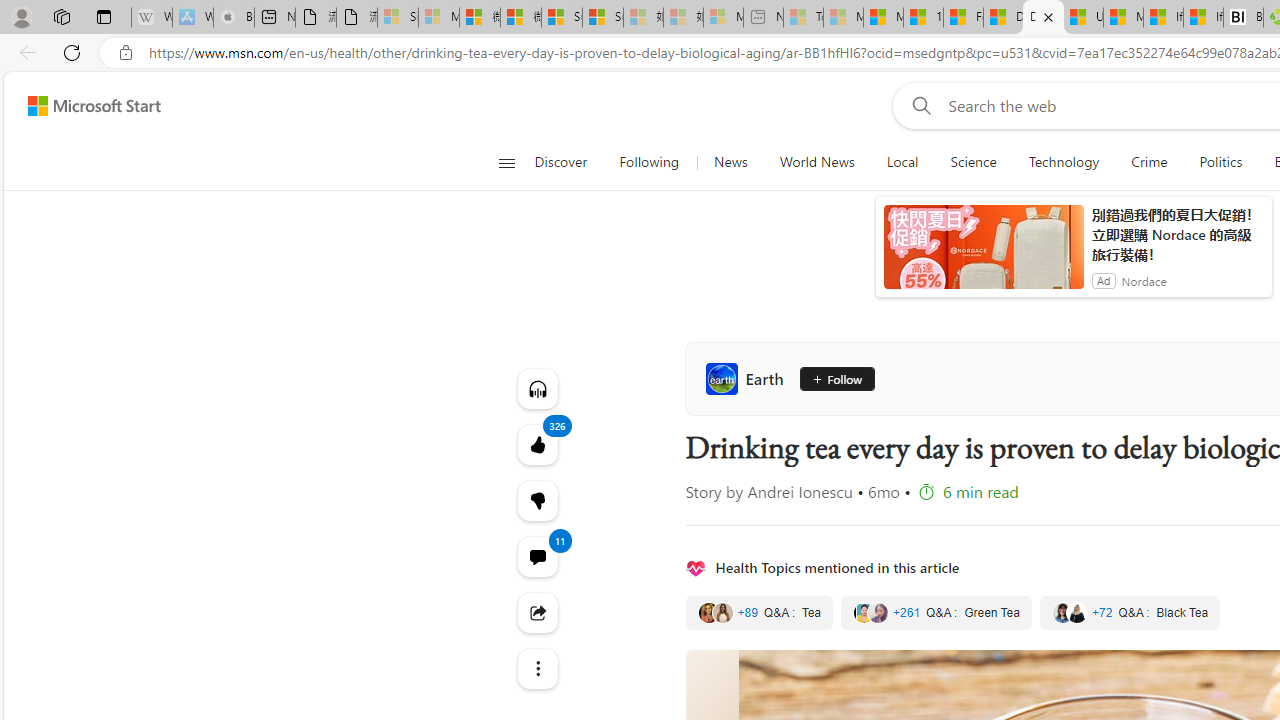  What do you see at coordinates (650, 162) in the screenshot?
I see `'Following'` at bounding box center [650, 162].